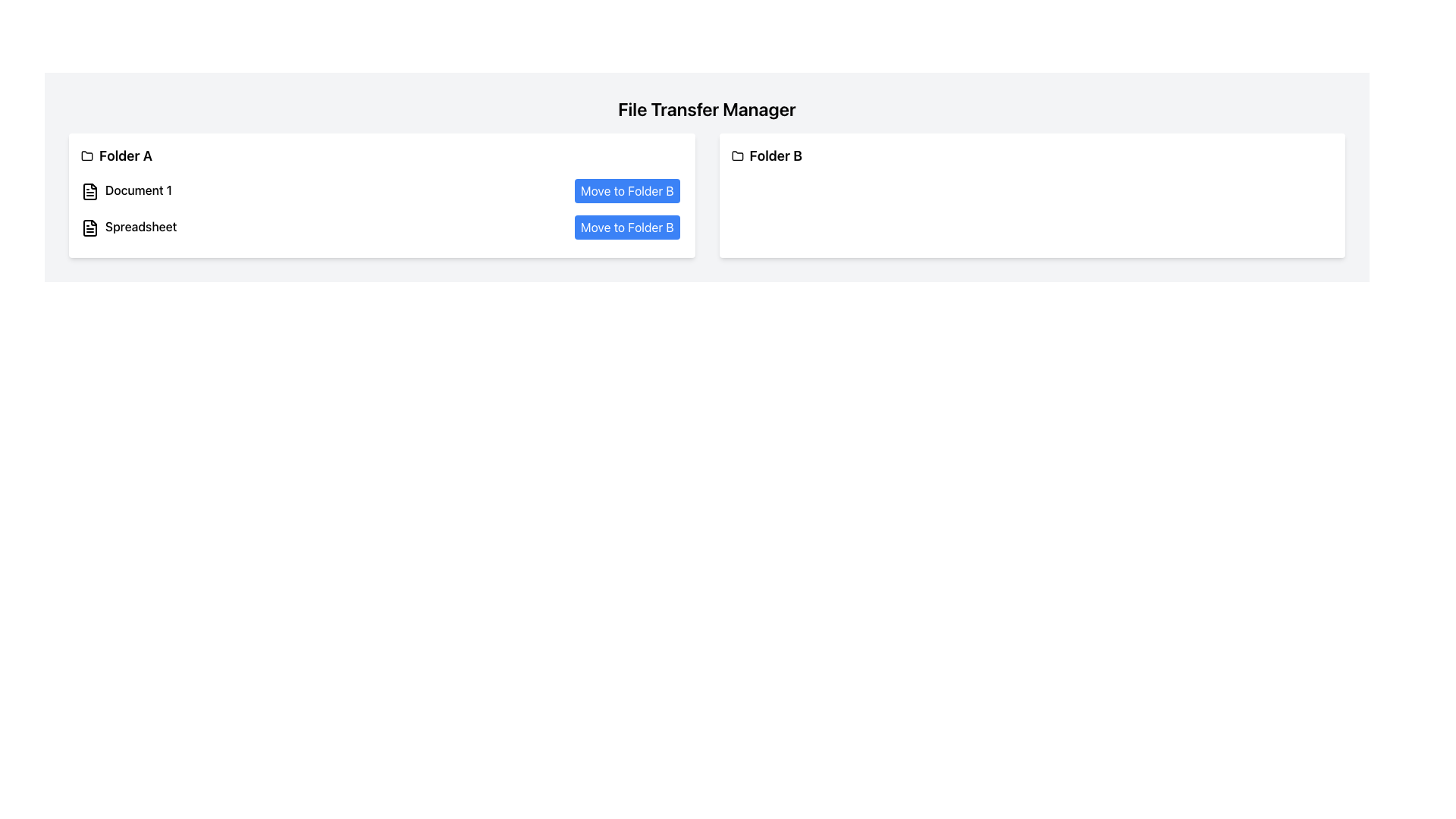  Describe the element at coordinates (627, 227) in the screenshot. I see `the 'Move to Folder B' button, which is styled with a blue background and white text` at that location.